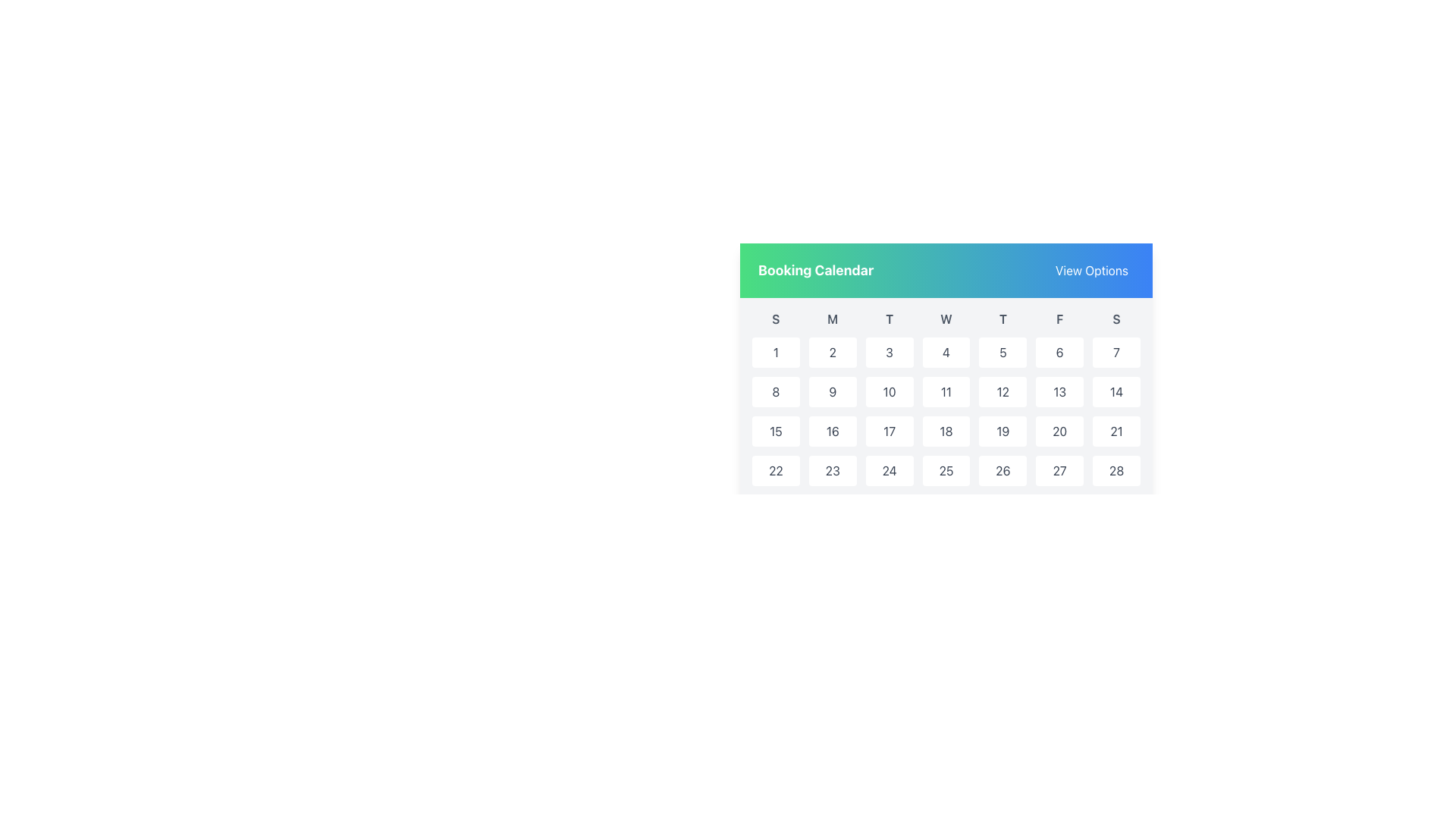  Describe the element at coordinates (946, 470) in the screenshot. I see `the Text-based day cell displaying '25' in the 4th column of the 5th row of the calendar grid` at that location.